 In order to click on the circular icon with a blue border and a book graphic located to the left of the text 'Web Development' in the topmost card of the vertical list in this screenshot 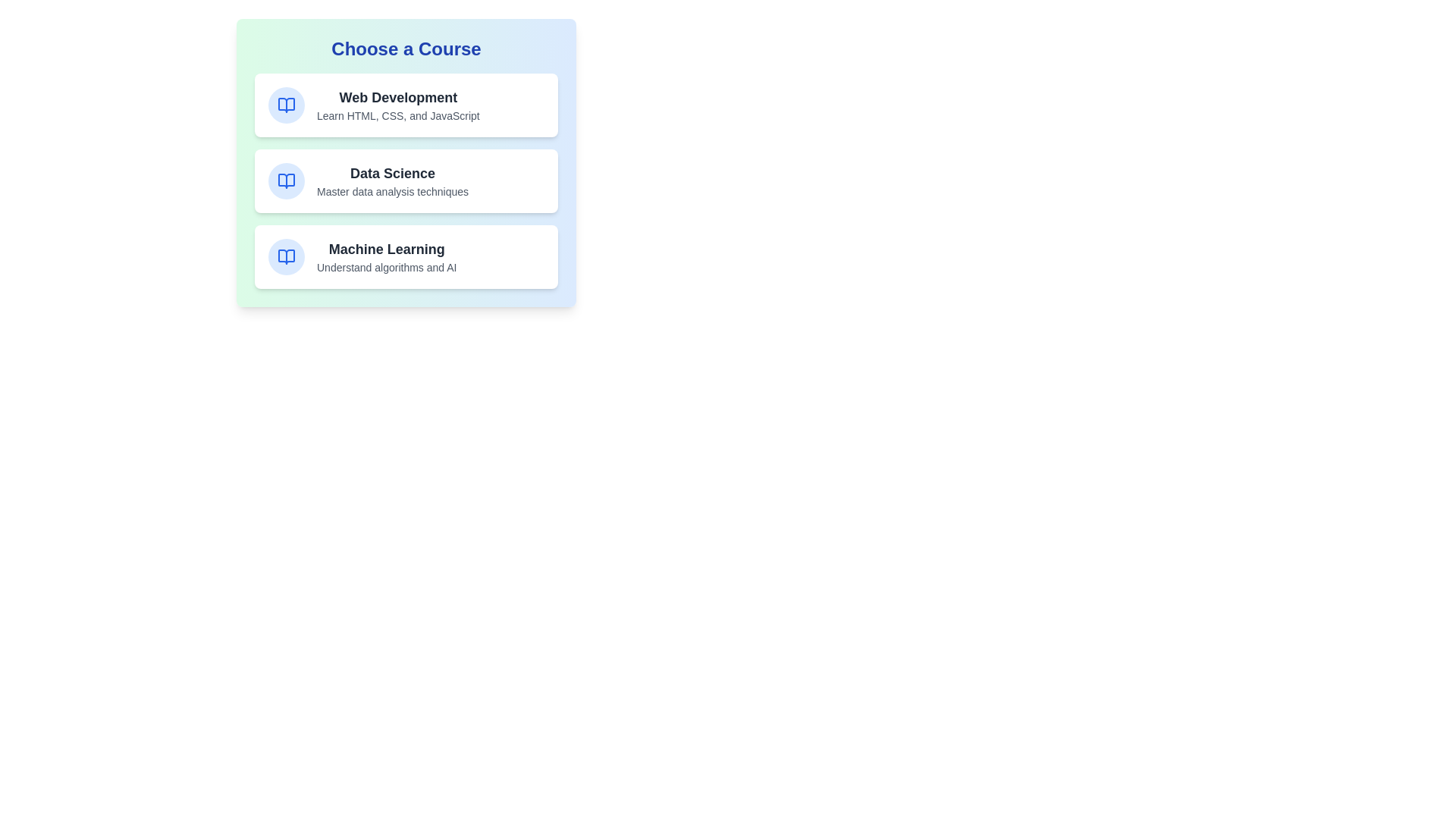, I will do `click(287, 104)`.